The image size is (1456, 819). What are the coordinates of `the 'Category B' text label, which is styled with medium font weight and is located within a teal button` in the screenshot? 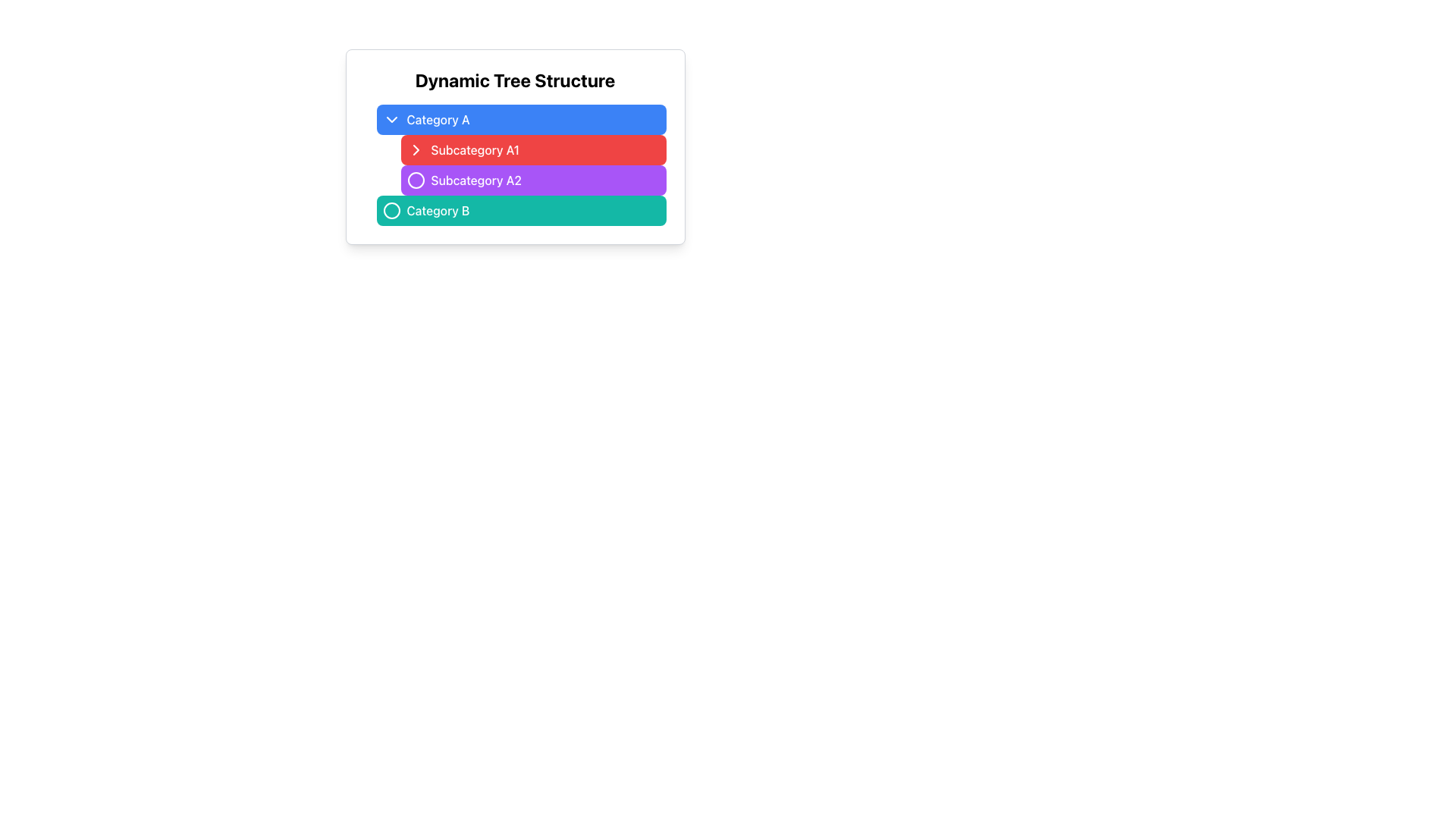 It's located at (437, 210).